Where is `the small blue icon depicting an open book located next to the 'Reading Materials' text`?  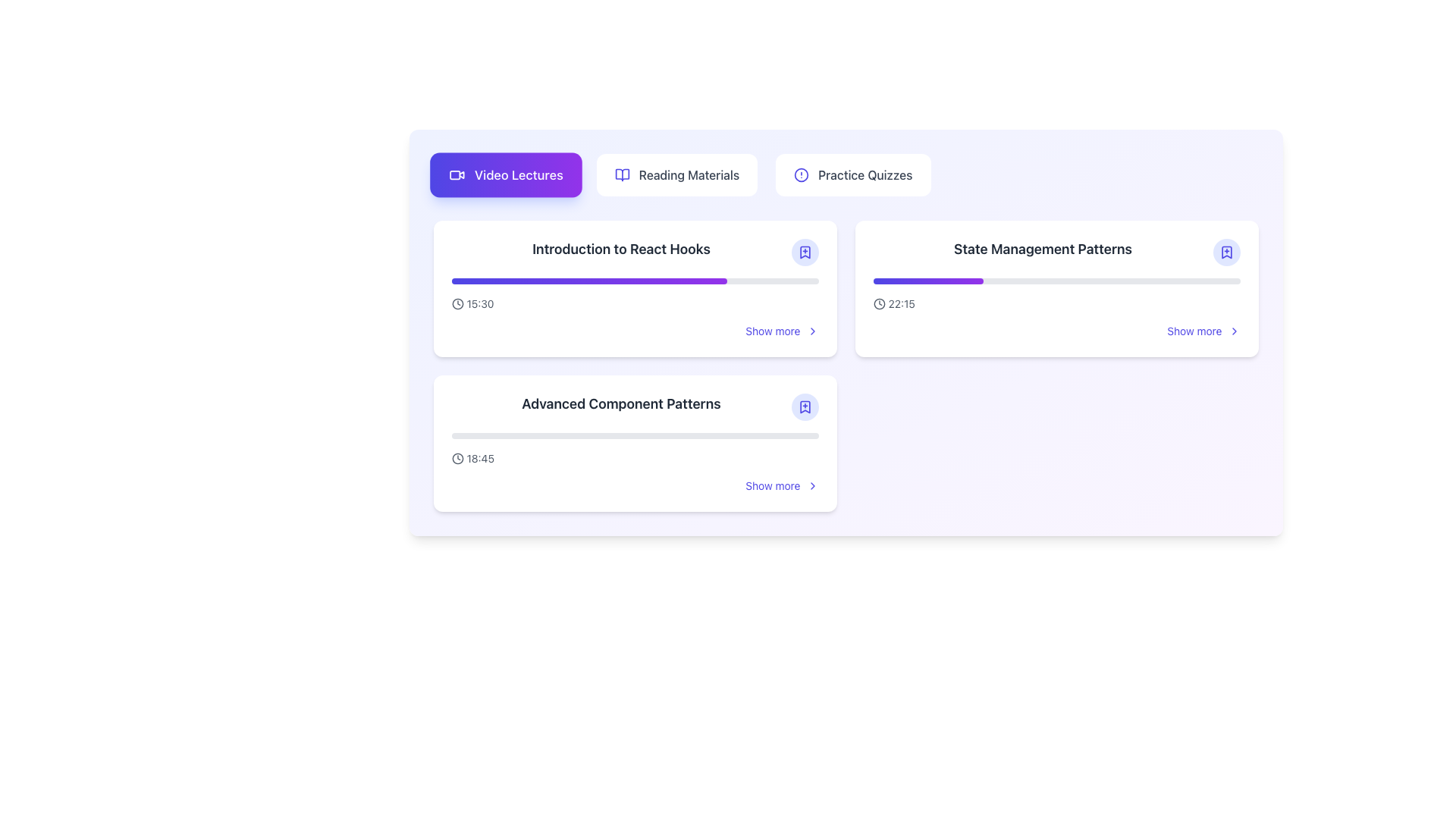 the small blue icon depicting an open book located next to the 'Reading Materials' text is located at coordinates (622, 174).